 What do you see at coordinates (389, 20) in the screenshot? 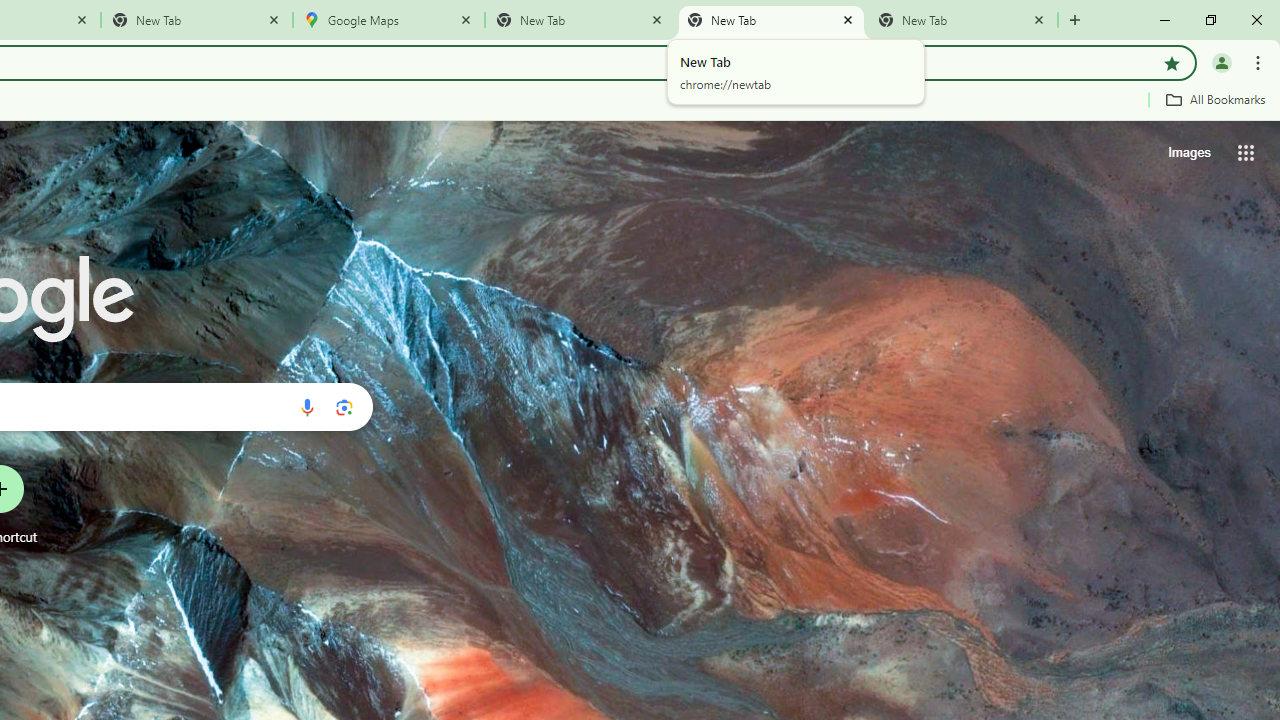
I see `'Google Maps'` at bounding box center [389, 20].